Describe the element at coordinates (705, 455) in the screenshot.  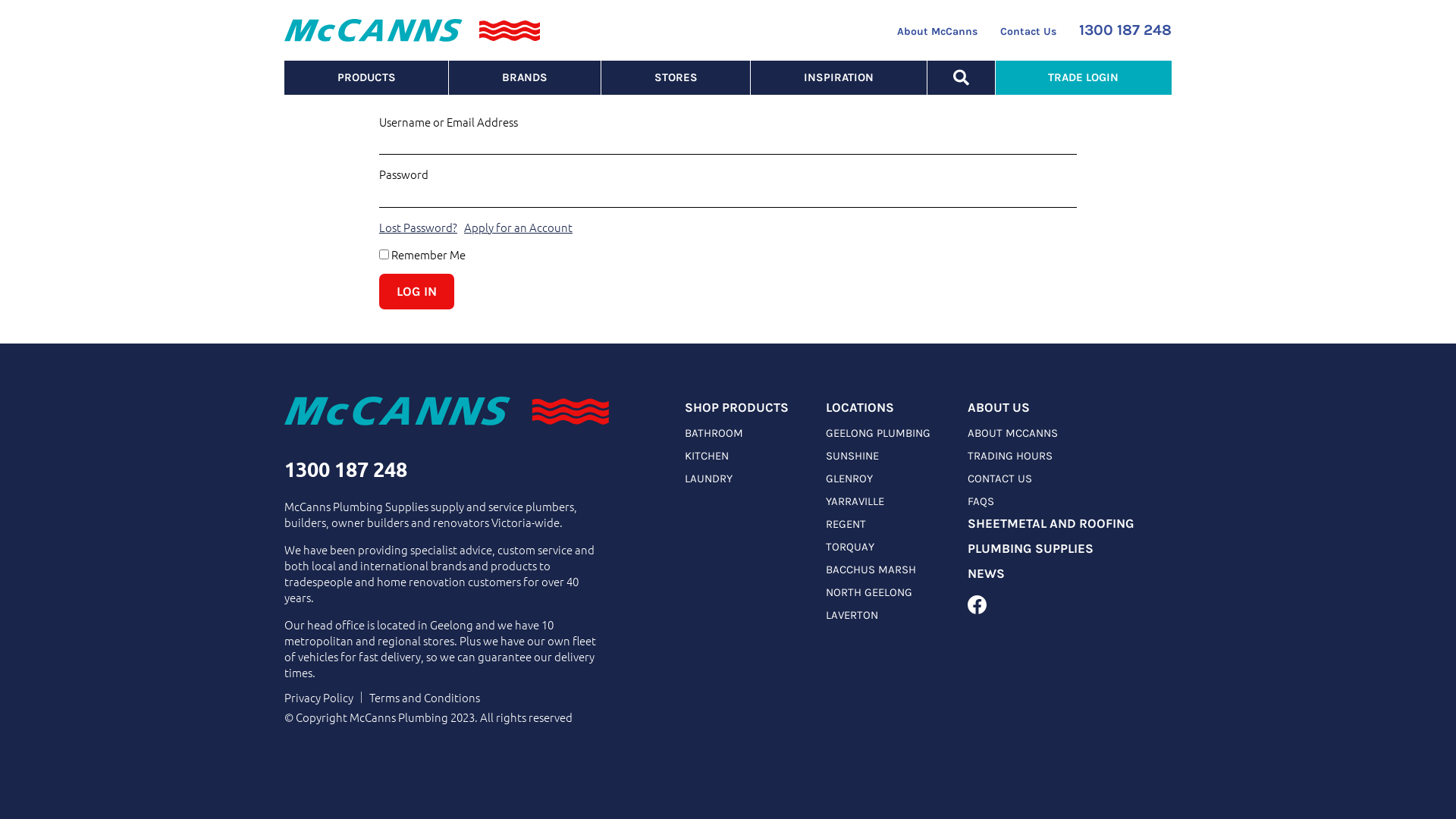
I see `'KITCHEN'` at that location.